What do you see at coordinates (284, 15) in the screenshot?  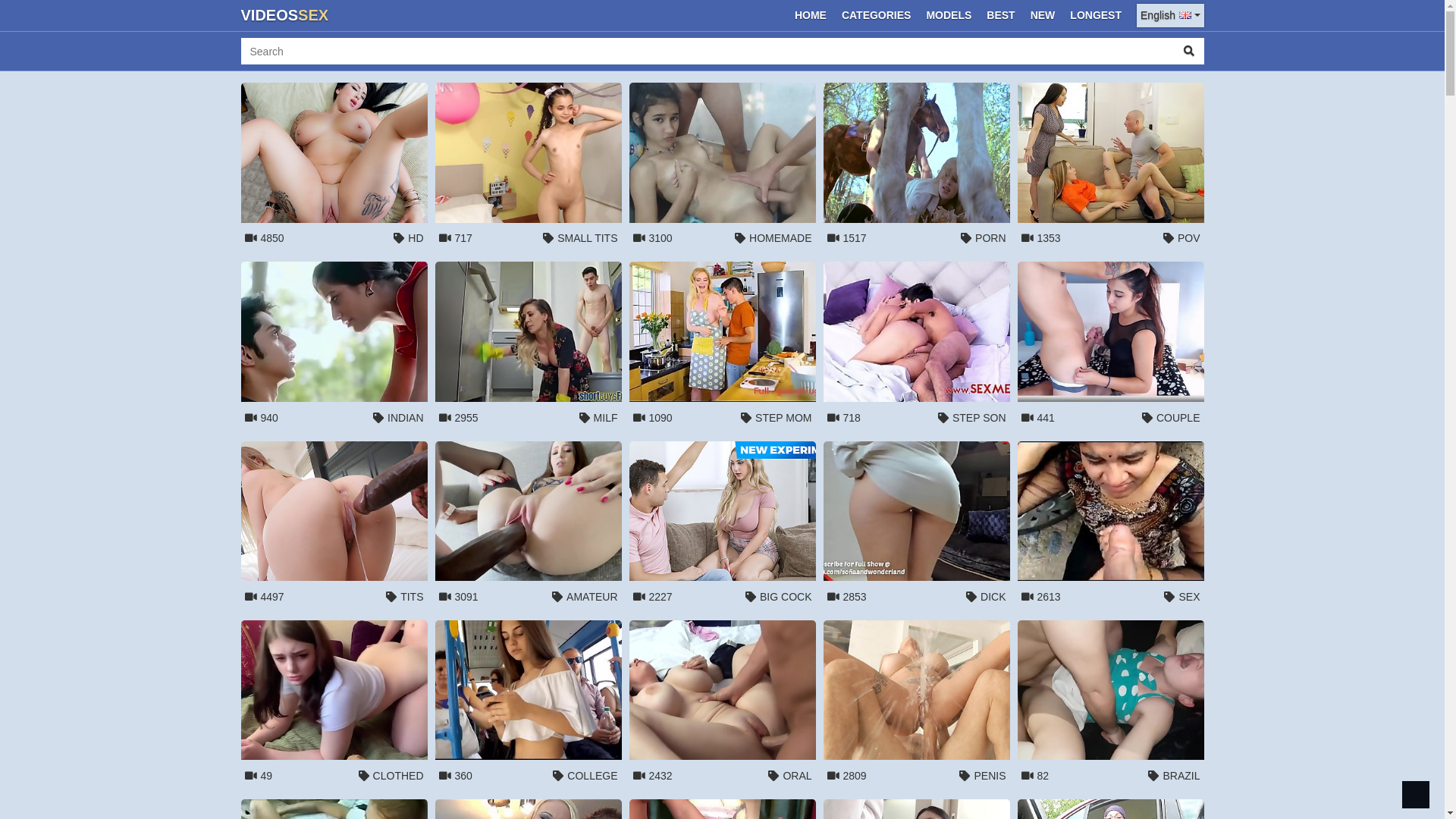 I see `'VIDEOSSEX'` at bounding box center [284, 15].